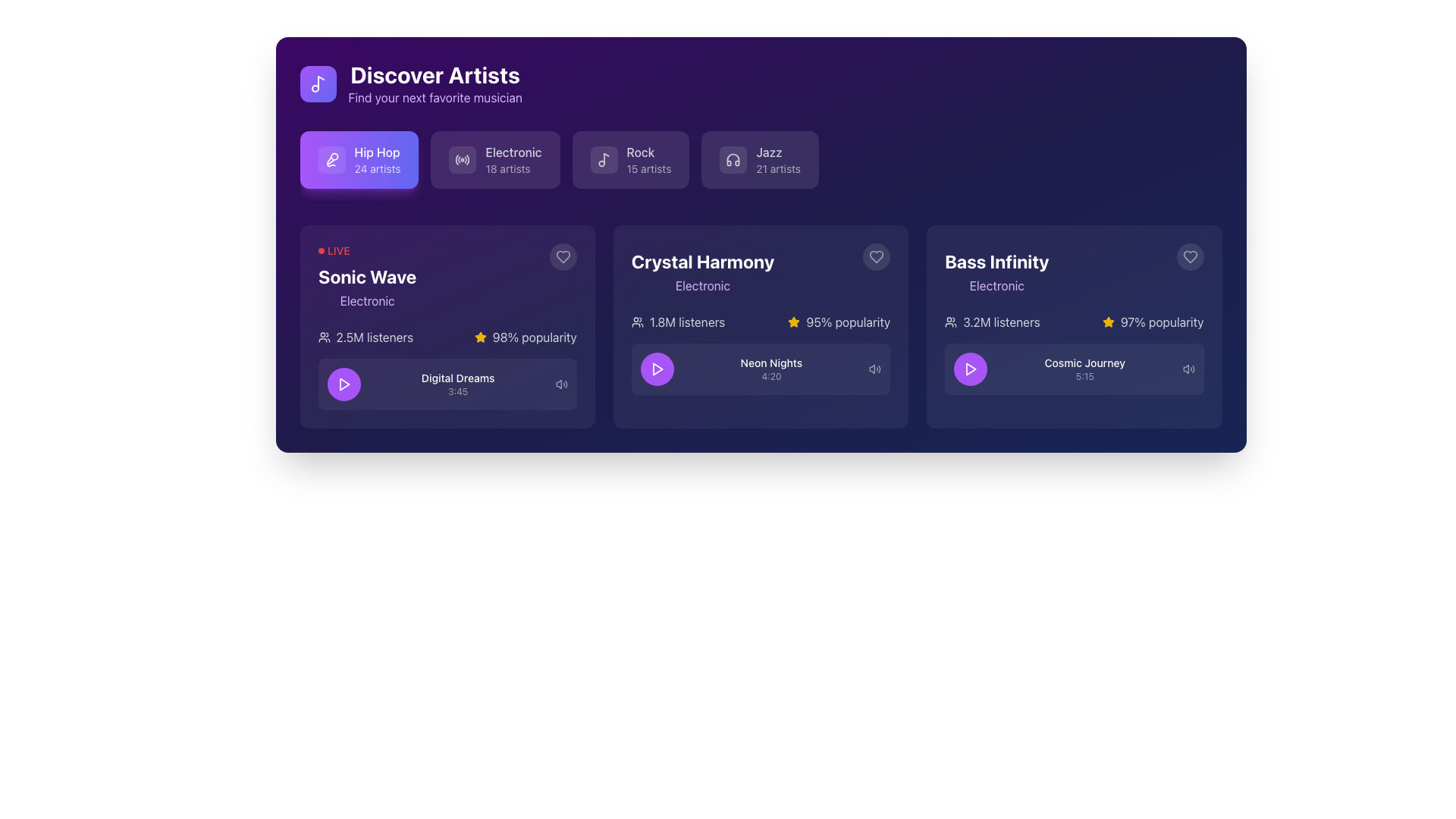 This screenshot has height=819, width=1456. Describe the element at coordinates (447, 336) in the screenshot. I see `the information presented by the text and icon combination within the 'Sonic Wave' card, located directly beneath the 'Electronic' genre label` at that location.